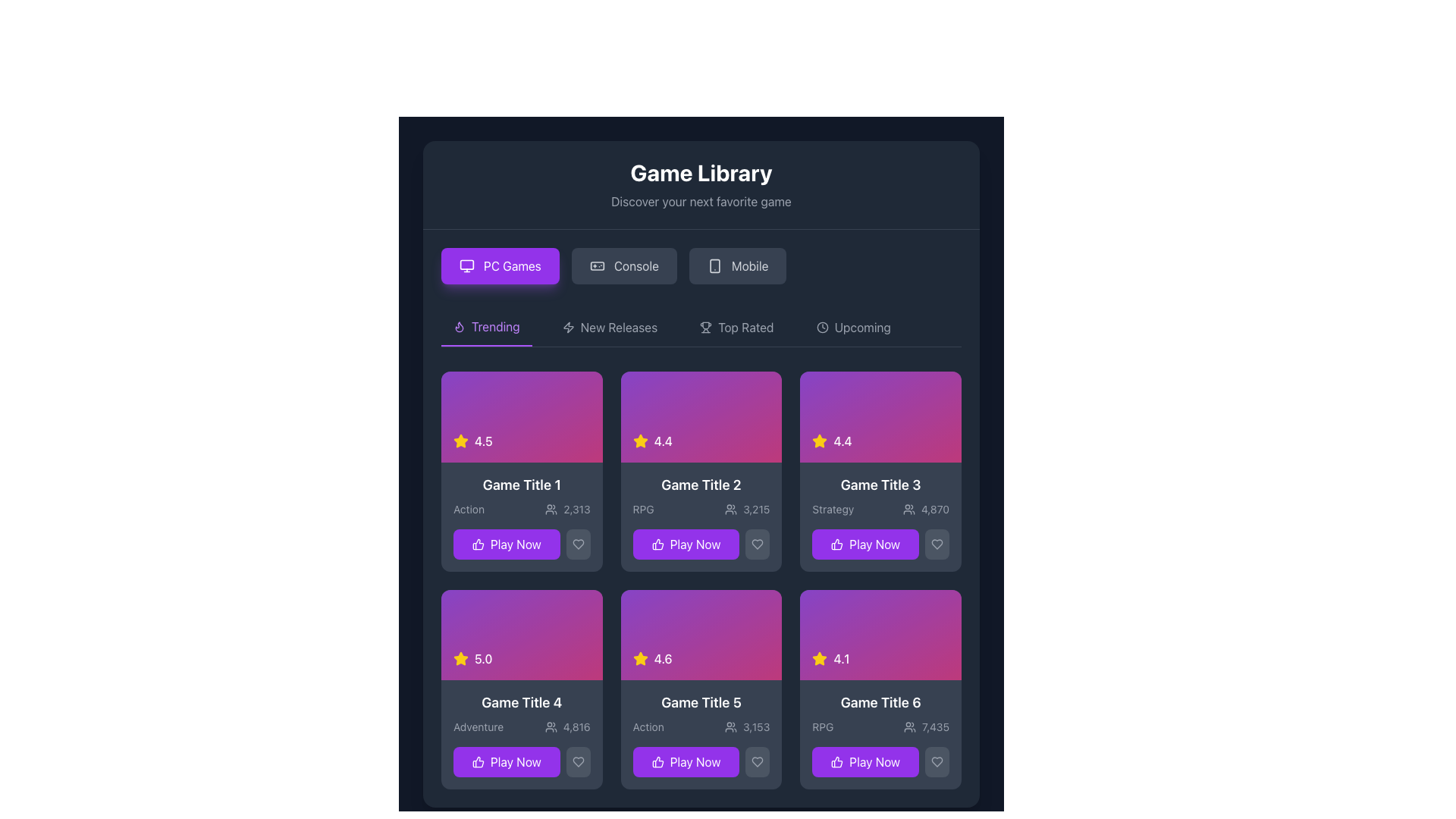  Describe the element at coordinates (577, 543) in the screenshot. I see `the heart-shaped icon button with a gray outline located at the bottom-right corner of the card for 'Game Title 1'` at that location.